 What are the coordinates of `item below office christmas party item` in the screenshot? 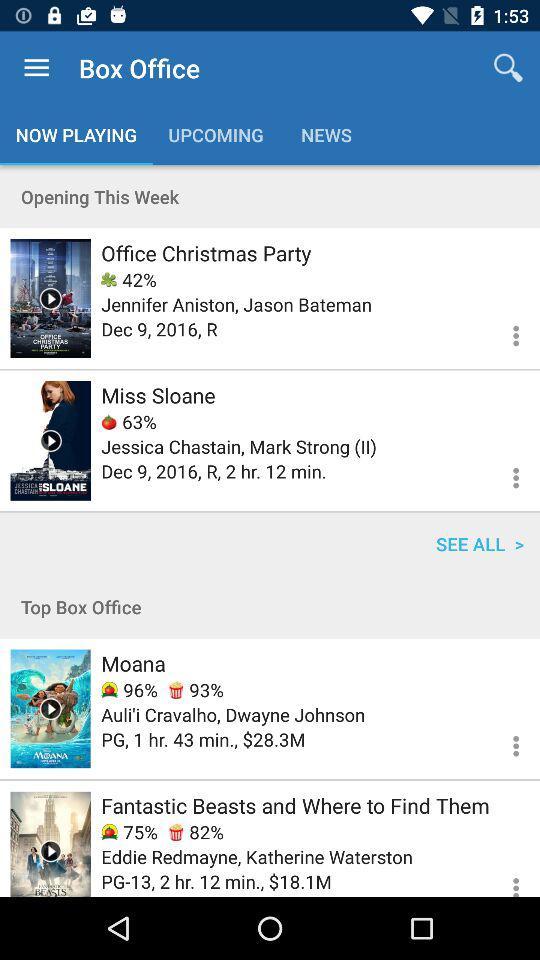 It's located at (129, 278).